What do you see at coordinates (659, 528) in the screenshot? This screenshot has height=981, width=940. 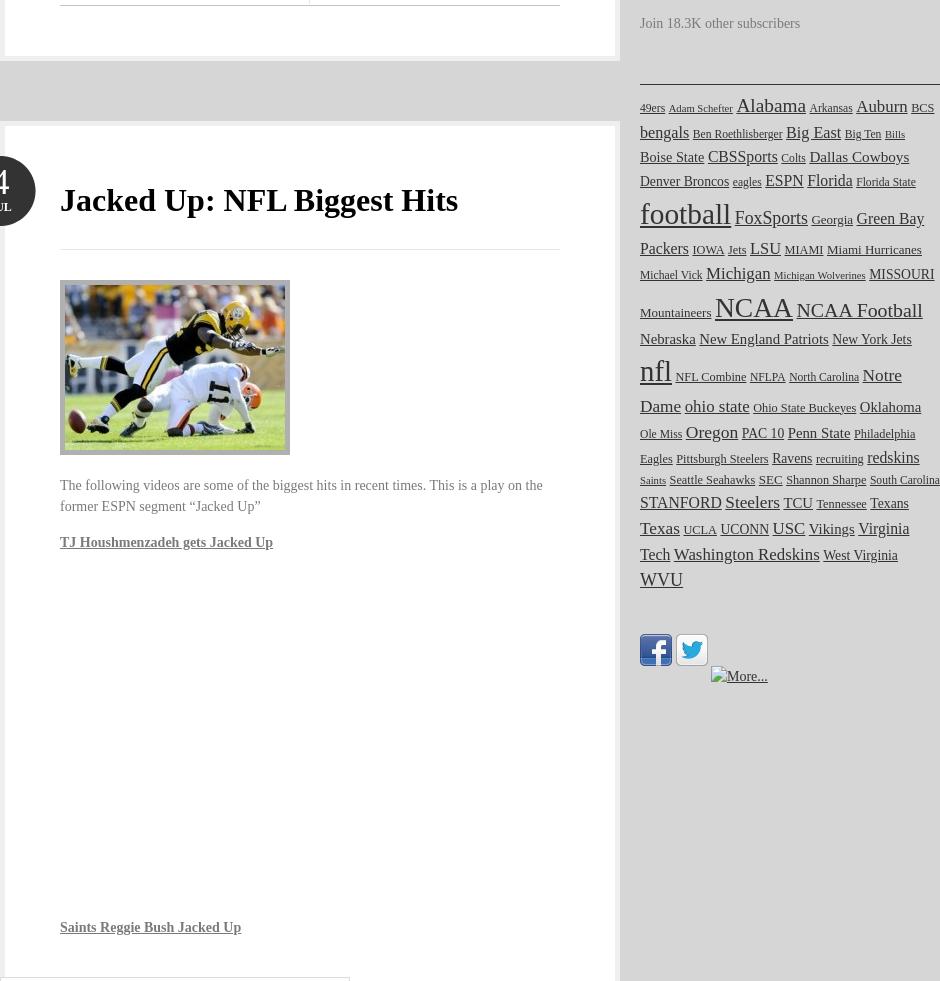 I see `'Texas'` at bounding box center [659, 528].